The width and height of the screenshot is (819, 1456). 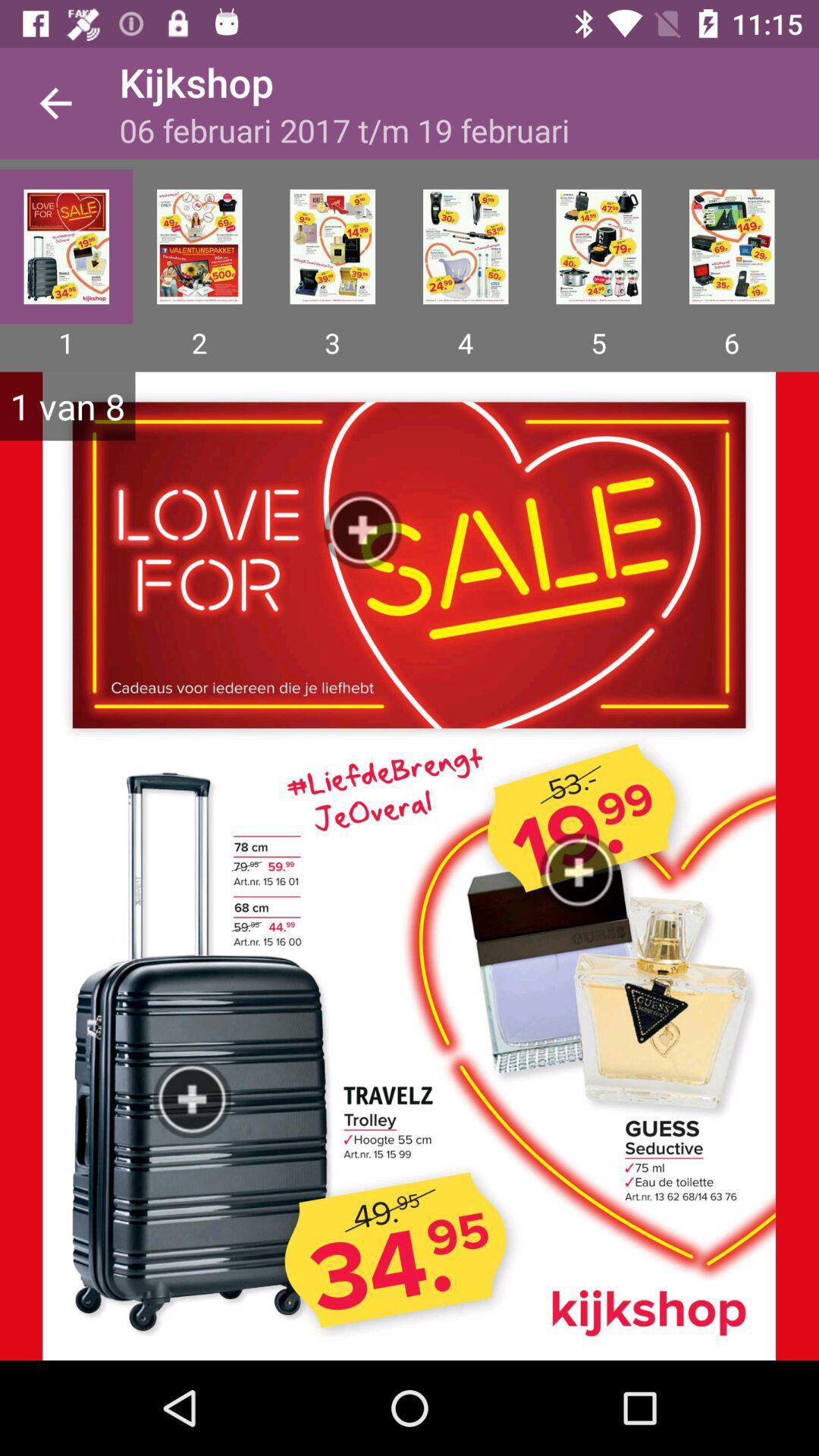 I want to click on that page, so click(x=331, y=246).